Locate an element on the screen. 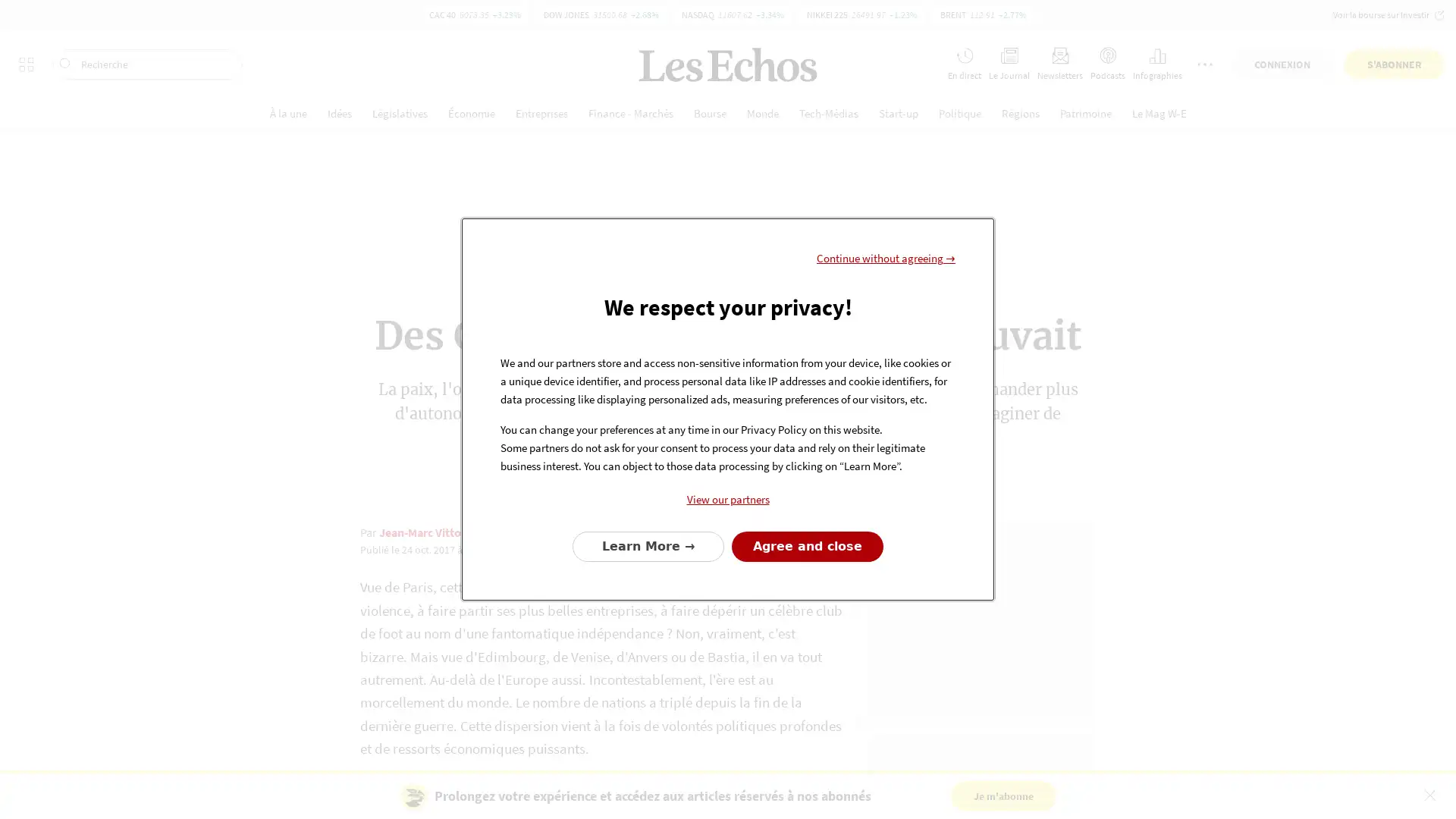 This screenshot has width=1456, height=819. Tous les sites is located at coordinates (26, 20).